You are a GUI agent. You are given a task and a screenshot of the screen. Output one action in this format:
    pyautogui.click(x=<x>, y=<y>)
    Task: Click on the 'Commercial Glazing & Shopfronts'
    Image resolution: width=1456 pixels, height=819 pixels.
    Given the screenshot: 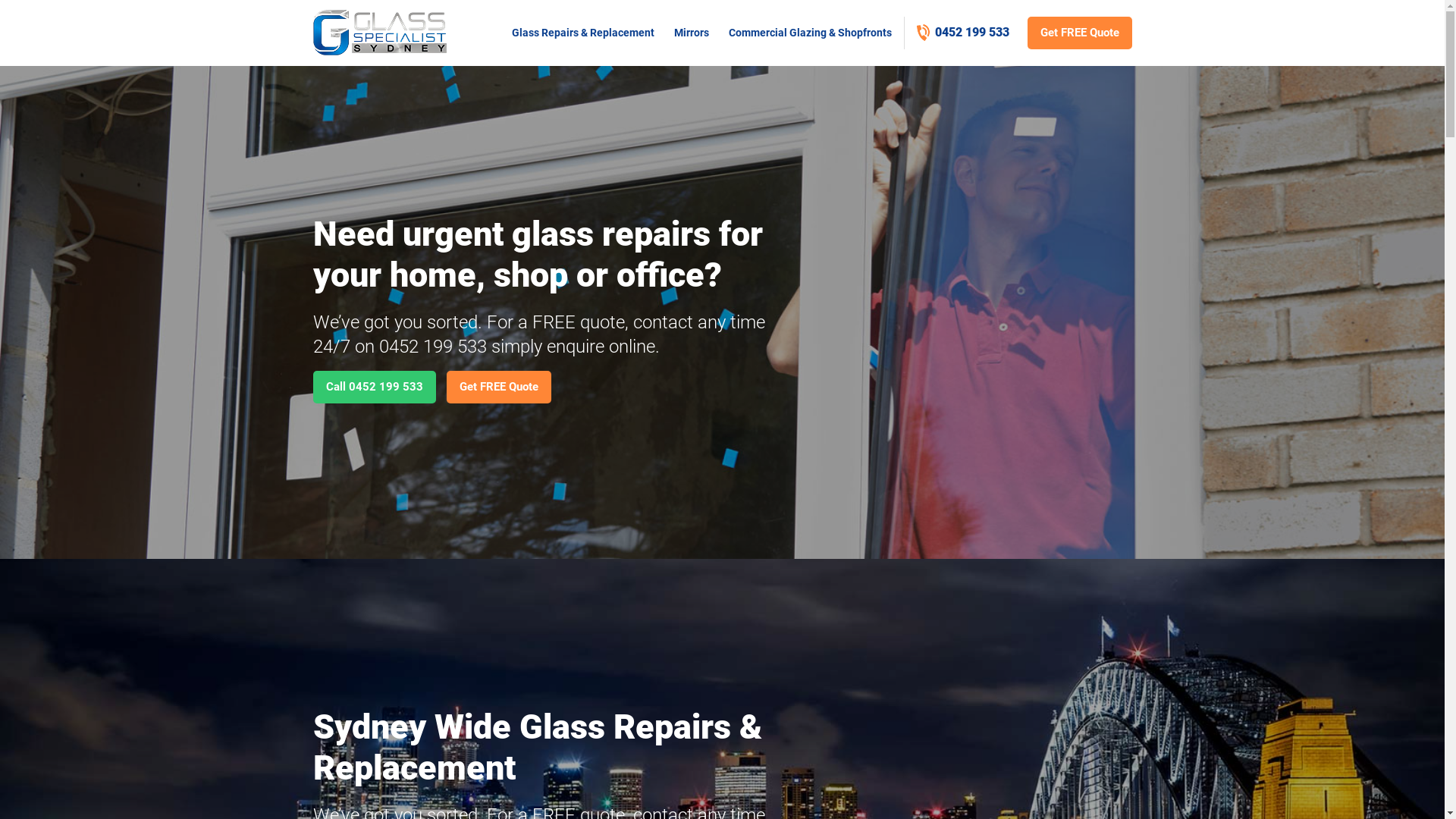 What is the action you would take?
    pyautogui.click(x=809, y=33)
    